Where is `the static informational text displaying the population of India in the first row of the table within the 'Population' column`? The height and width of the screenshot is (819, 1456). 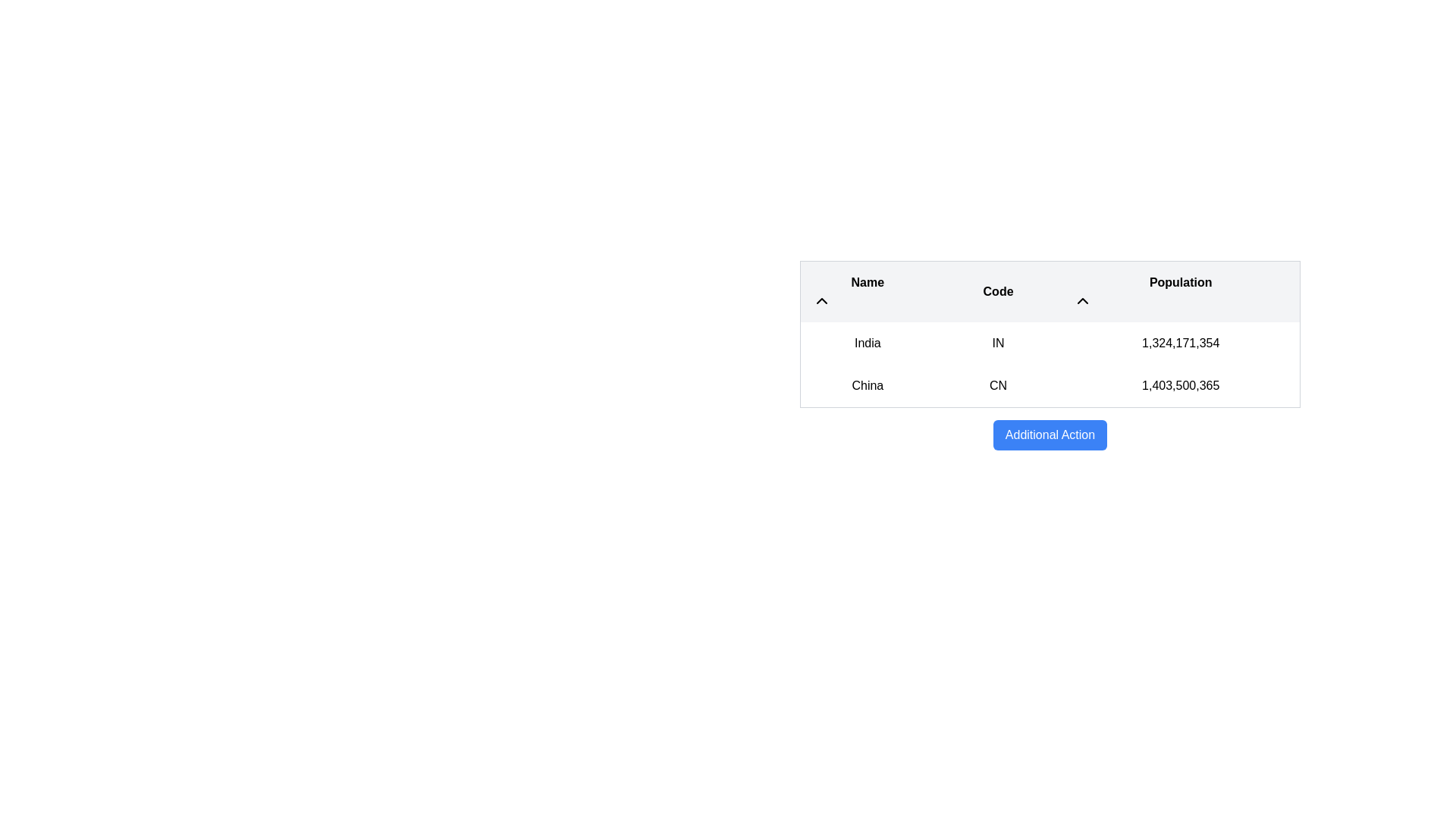 the static informational text displaying the population of India in the first row of the table within the 'Population' column is located at coordinates (1180, 343).